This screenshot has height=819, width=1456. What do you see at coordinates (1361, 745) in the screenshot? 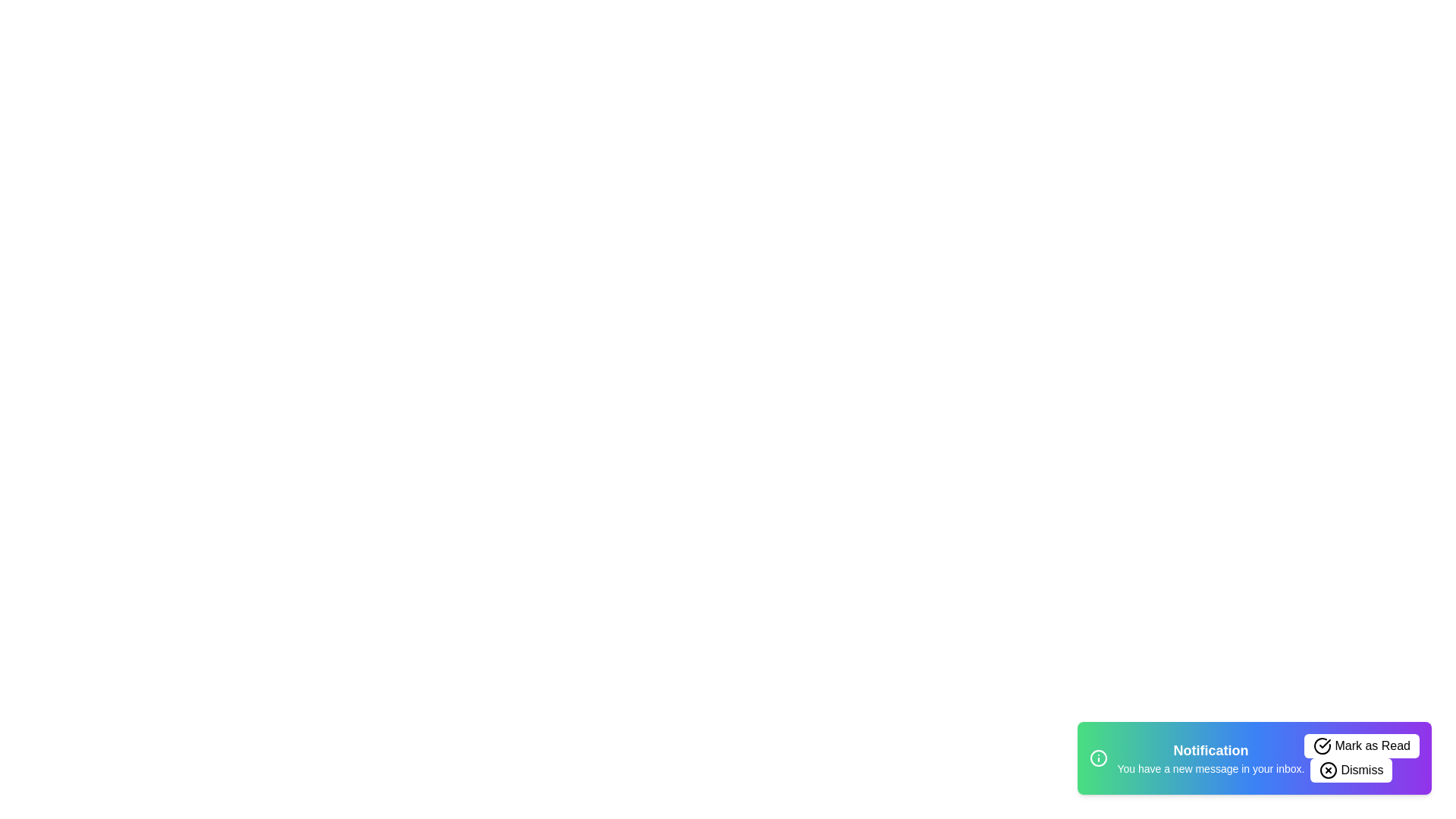
I see `the 'Mark as Read' button to mark the notification as read` at bounding box center [1361, 745].